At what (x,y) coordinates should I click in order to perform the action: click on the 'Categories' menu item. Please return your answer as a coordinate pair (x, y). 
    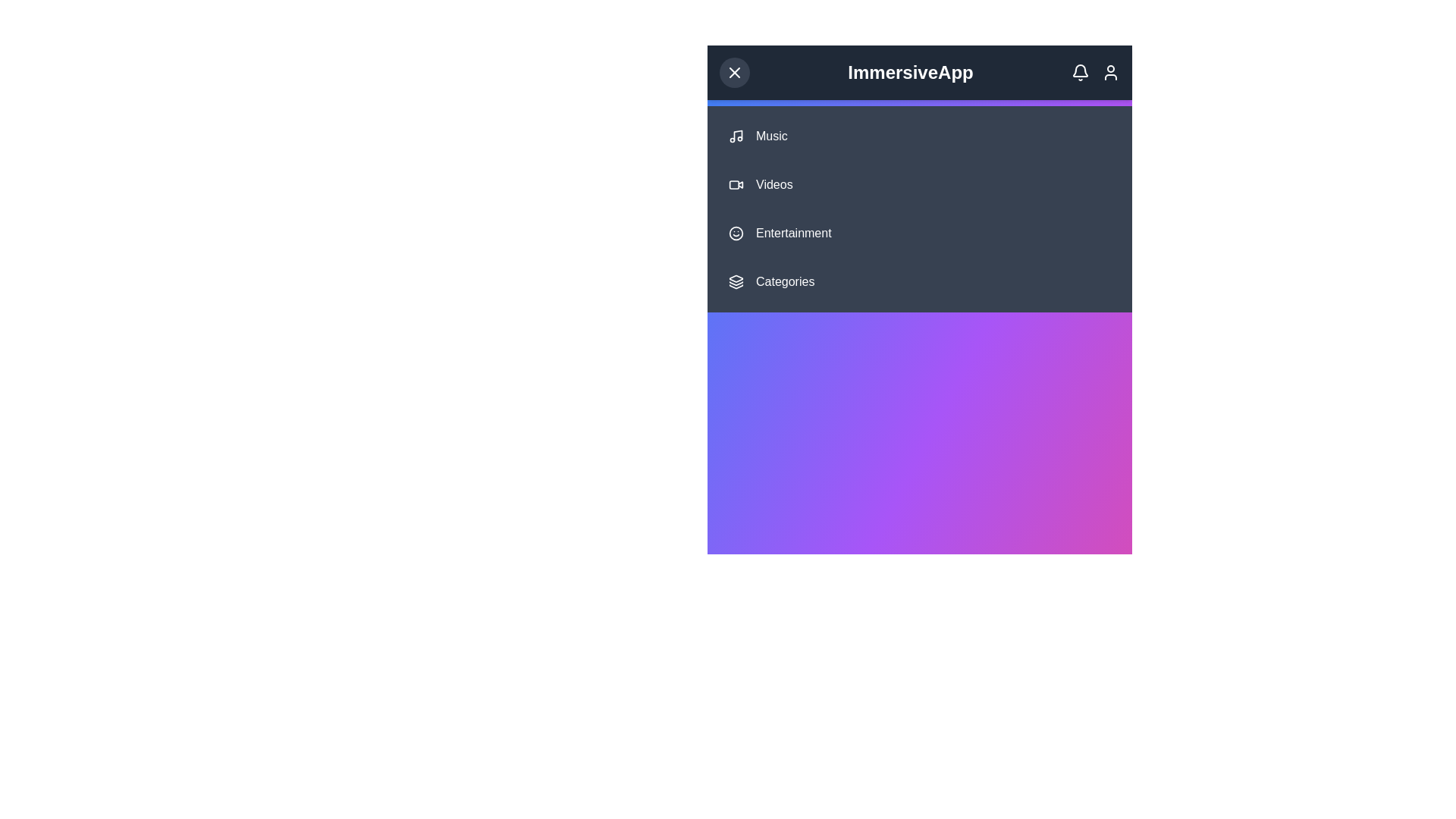
    Looking at the image, I should click on (919, 281).